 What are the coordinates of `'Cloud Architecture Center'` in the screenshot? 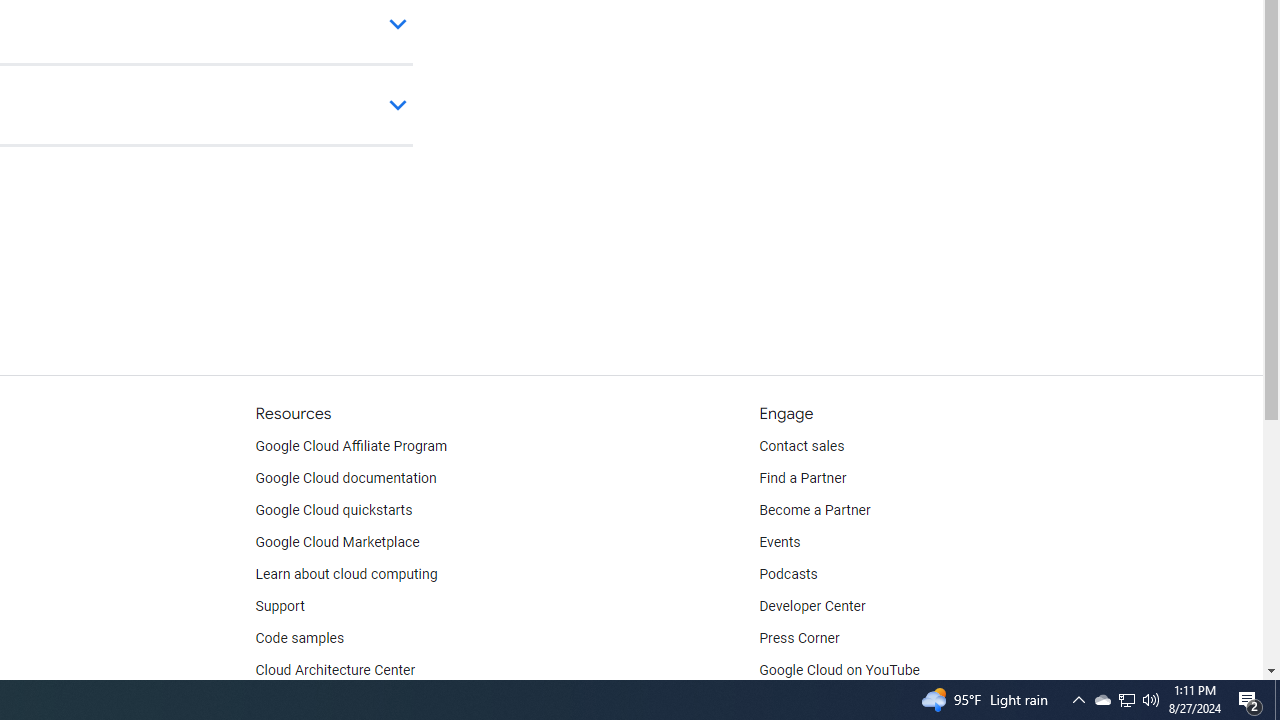 It's located at (335, 671).